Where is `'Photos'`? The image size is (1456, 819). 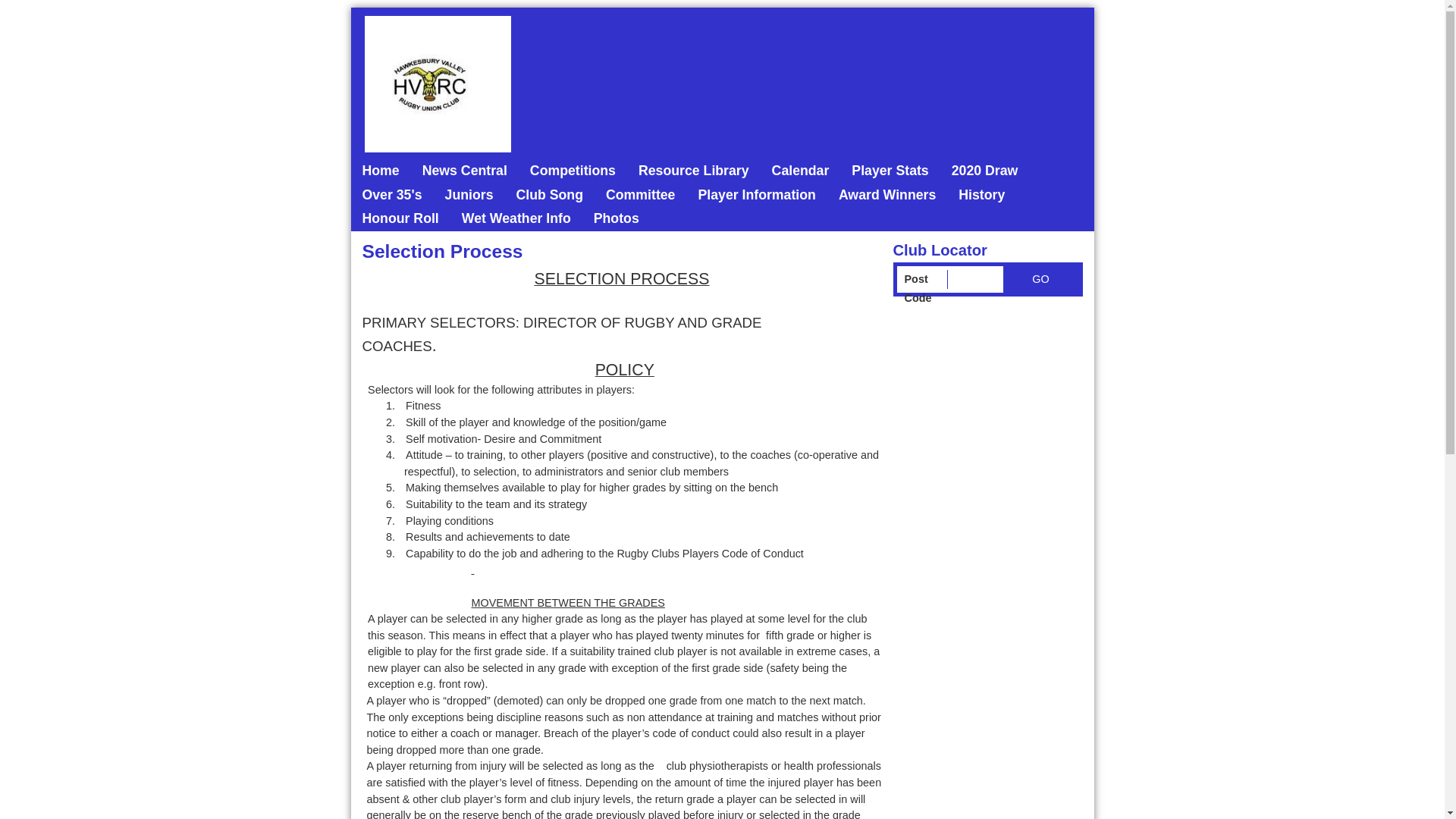 'Photos' is located at coordinates (616, 219).